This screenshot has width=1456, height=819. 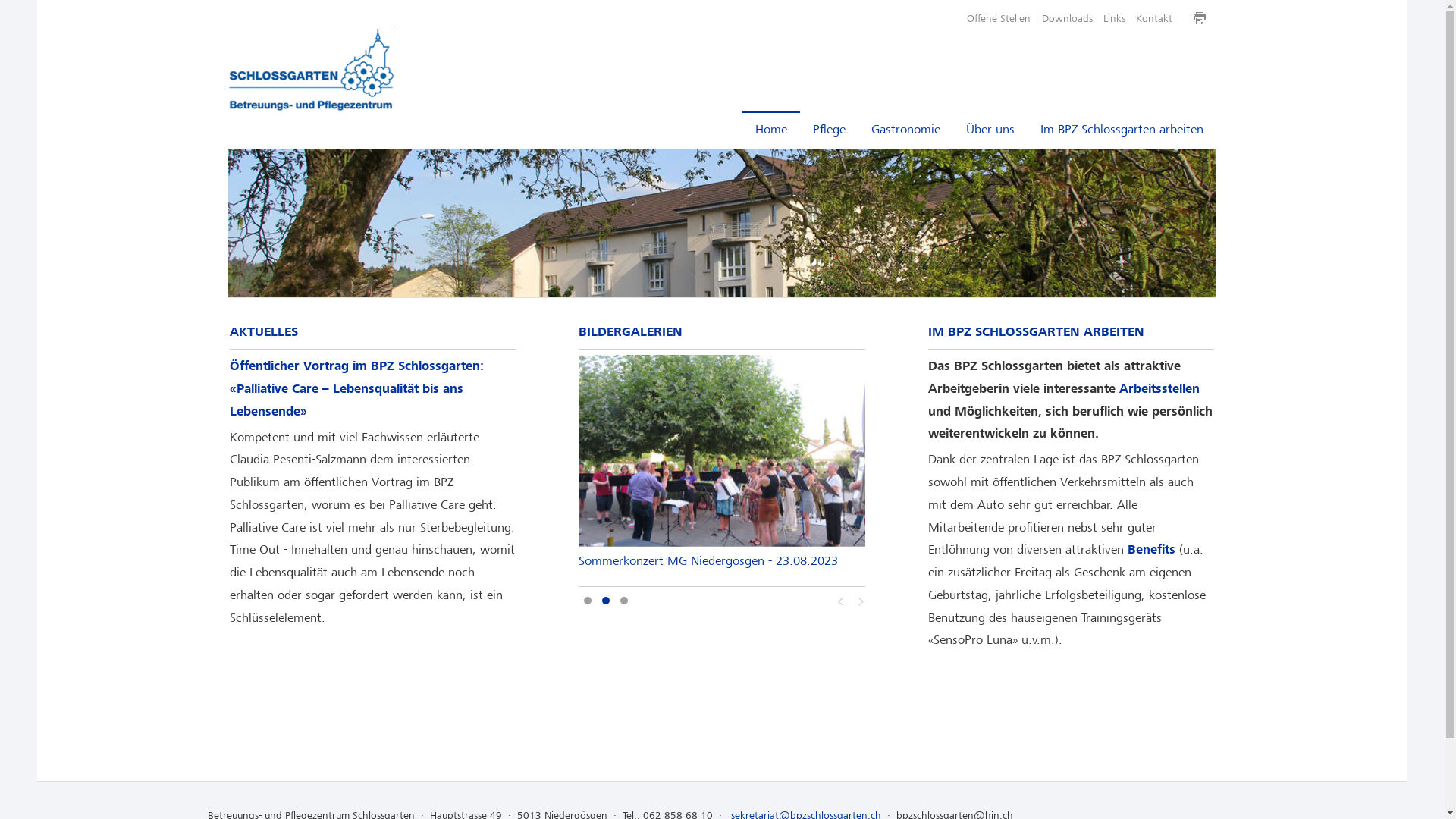 What do you see at coordinates (771, 128) in the screenshot?
I see `'Home'` at bounding box center [771, 128].